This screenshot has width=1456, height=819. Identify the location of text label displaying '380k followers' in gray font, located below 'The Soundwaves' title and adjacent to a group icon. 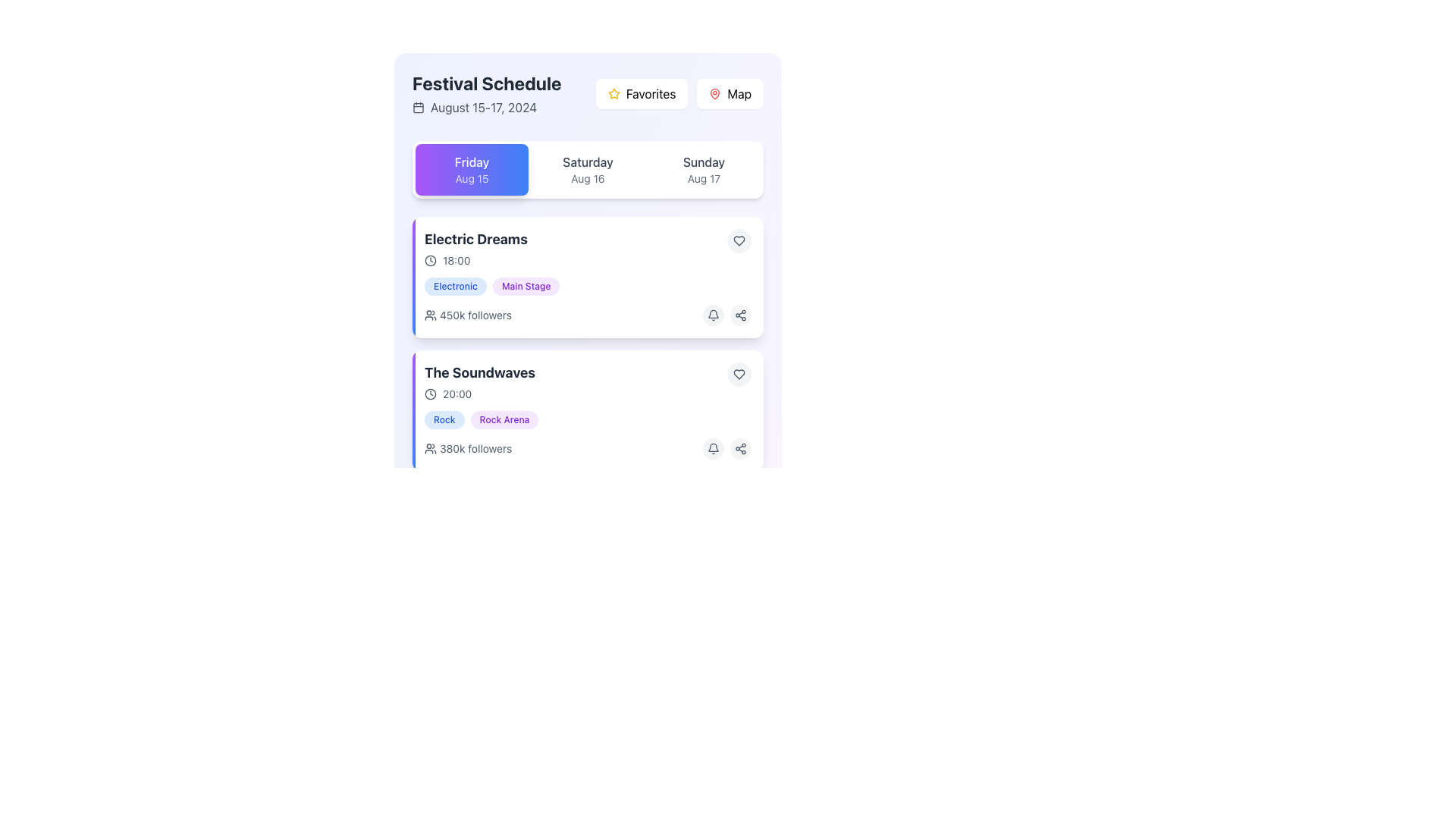
(475, 447).